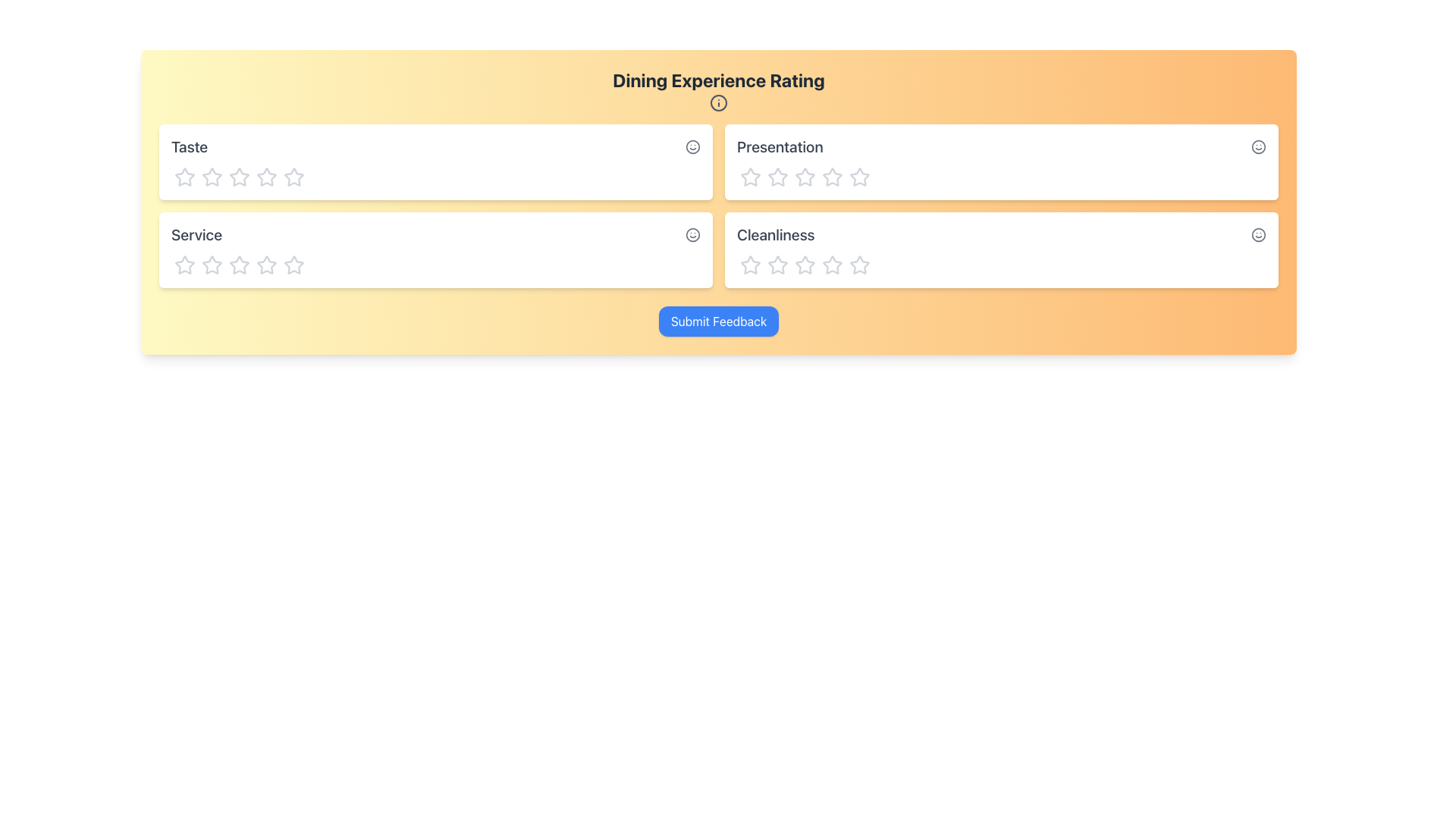  Describe the element at coordinates (1001, 175) in the screenshot. I see `the star in the 'Presentation' rating control` at that location.